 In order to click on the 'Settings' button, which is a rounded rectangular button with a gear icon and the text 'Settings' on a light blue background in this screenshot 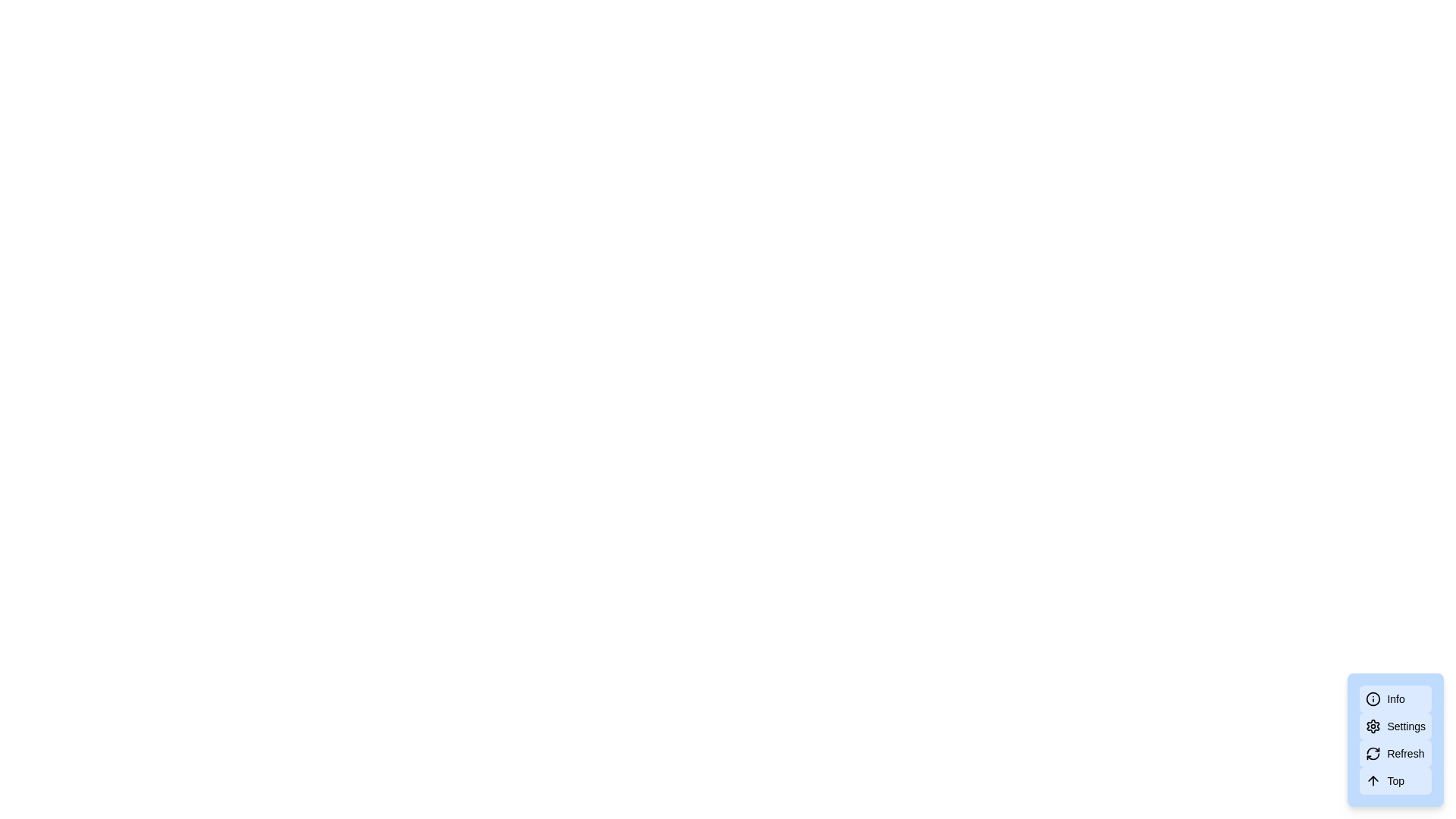, I will do `click(1395, 725)`.